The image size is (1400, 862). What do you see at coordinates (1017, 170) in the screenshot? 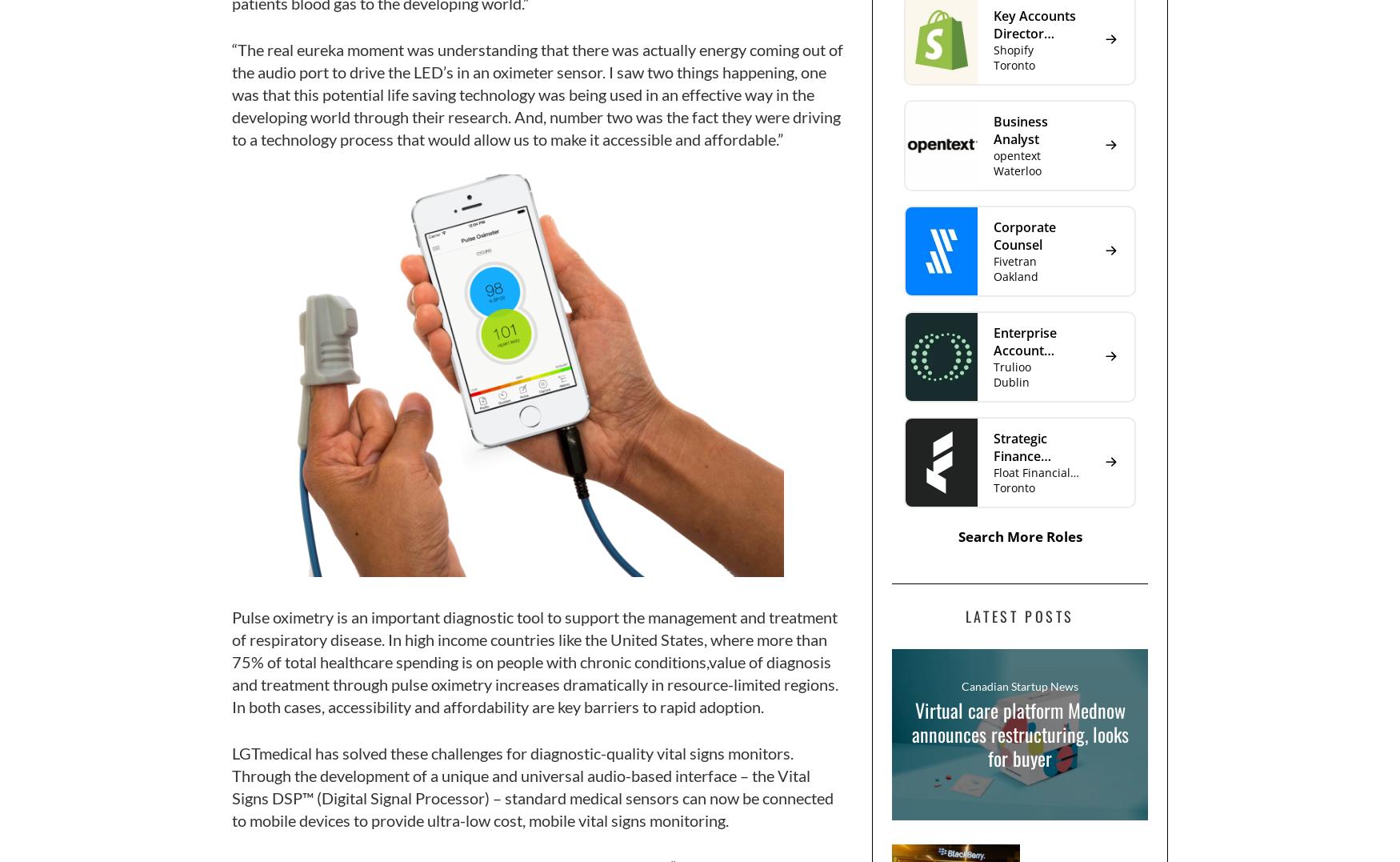
I see `'Waterloo'` at bounding box center [1017, 170].